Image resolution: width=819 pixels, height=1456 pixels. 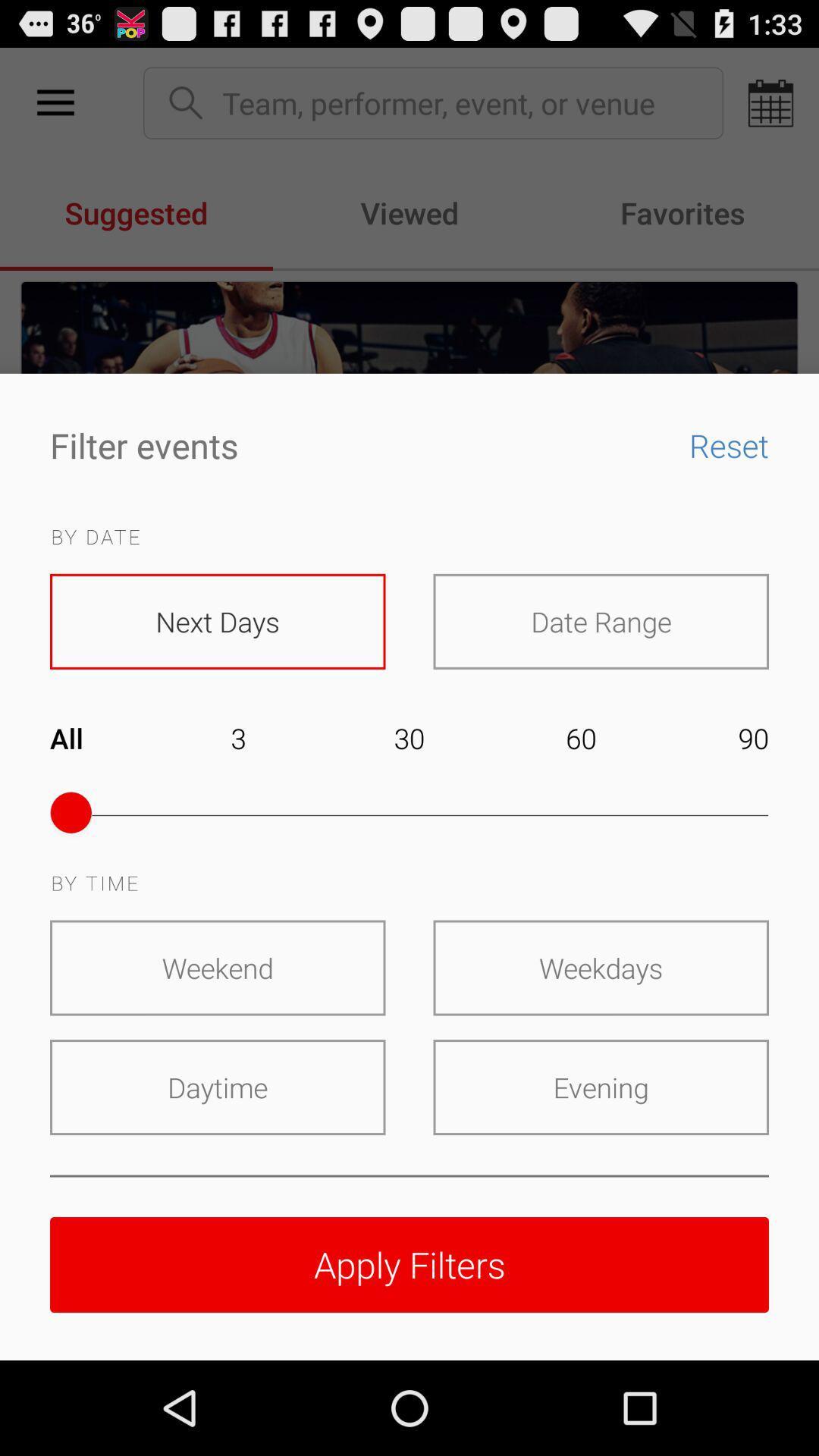 I want to click on icon to the right of weekend item, so click(x=600, y=967).